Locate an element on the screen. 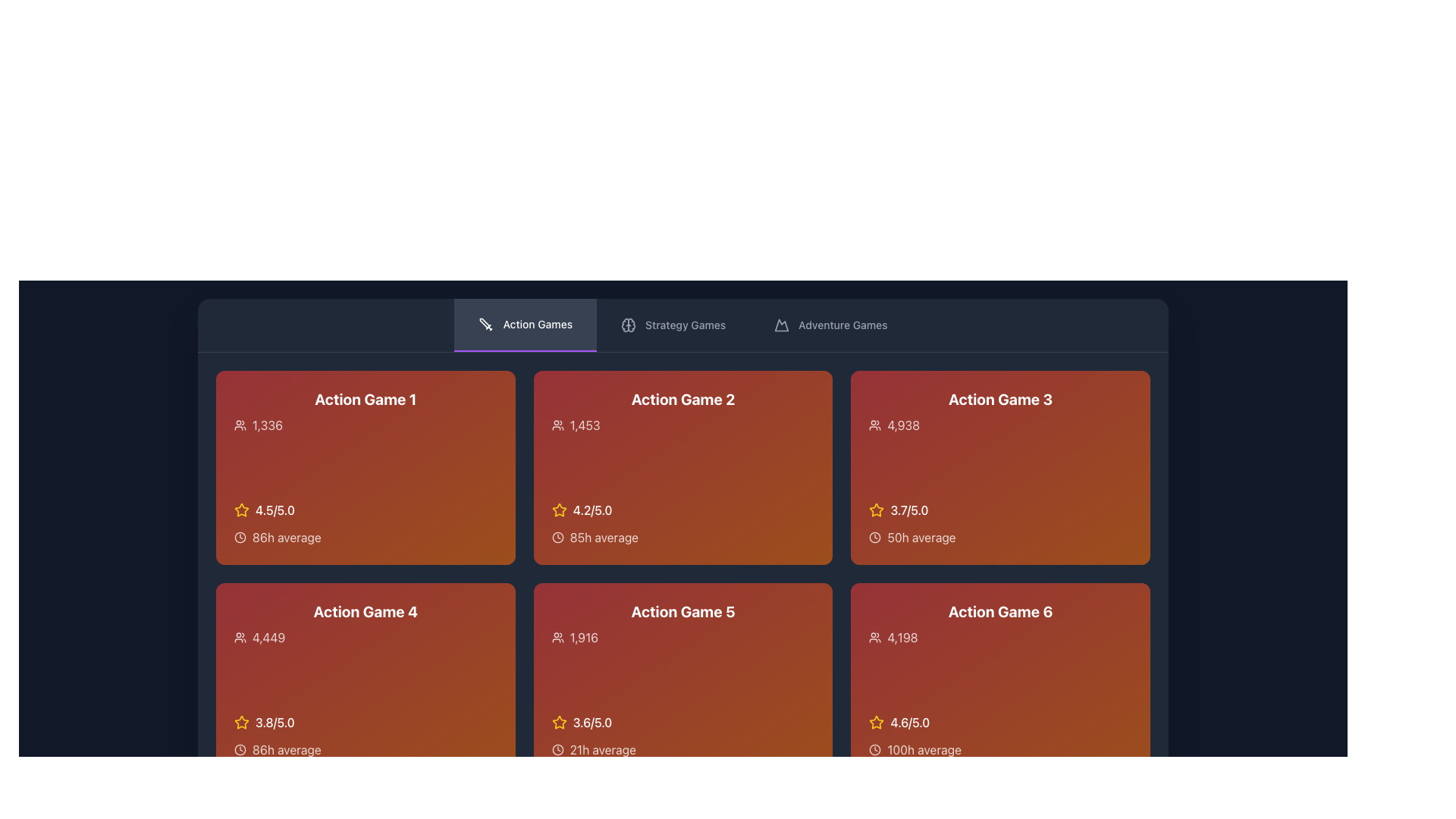  the icon located at the top left corner of the sixth card labeled 'Action Game 6', which precedes the text '4,198' is located at coordinates (875, 637).